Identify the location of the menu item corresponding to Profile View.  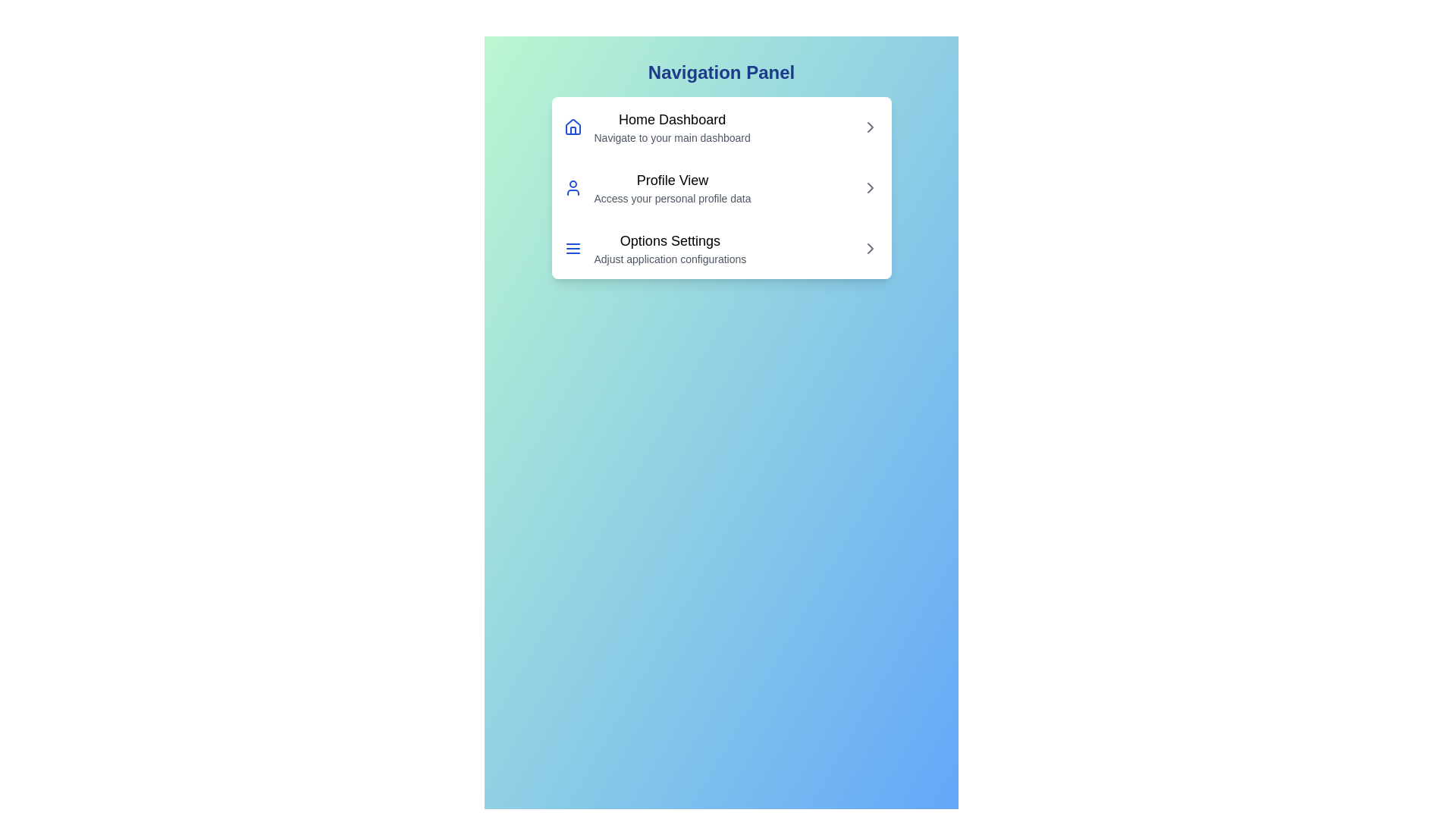
(720, 187).